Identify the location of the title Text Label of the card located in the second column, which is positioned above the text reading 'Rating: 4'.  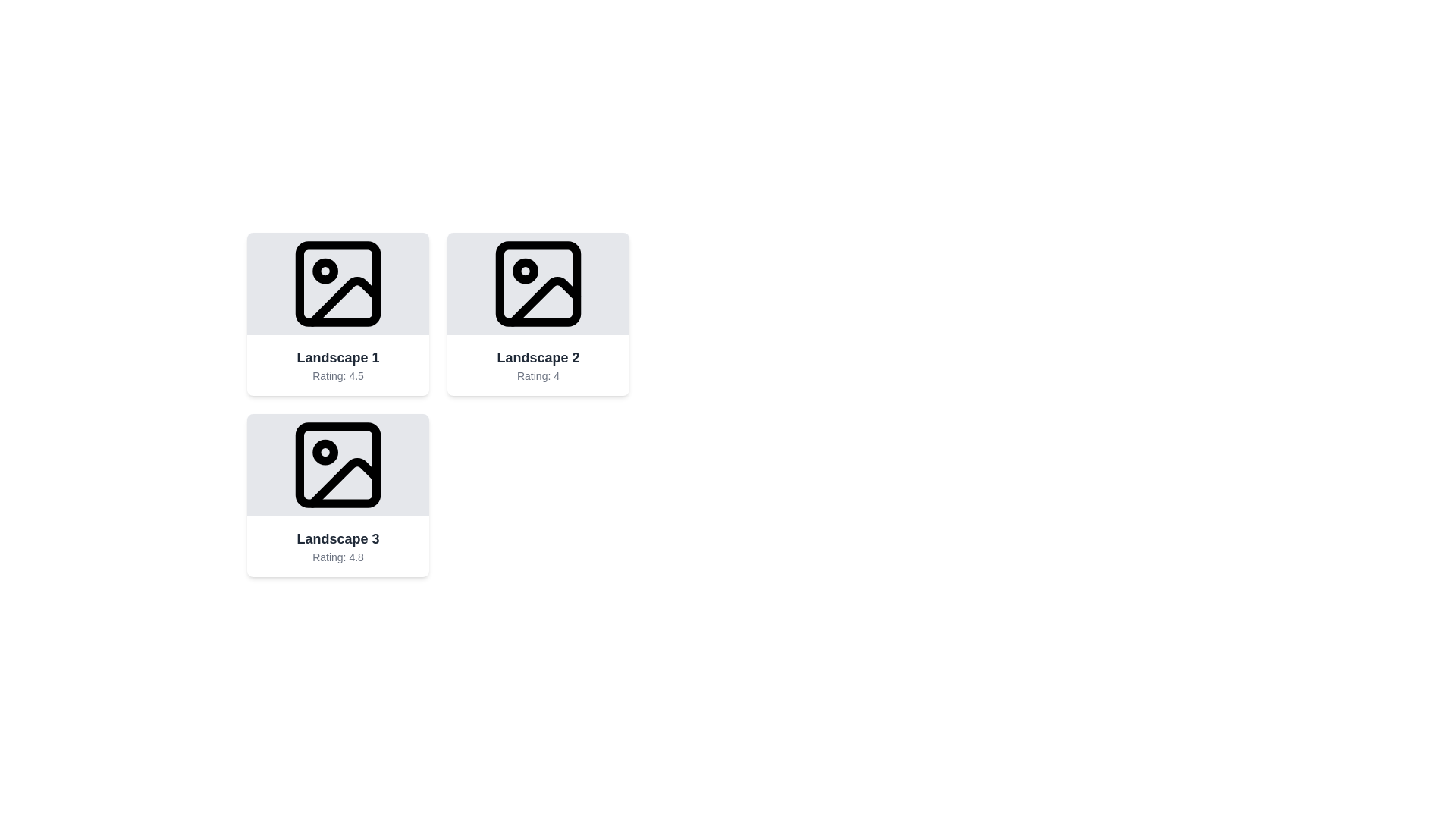
(538, 357).